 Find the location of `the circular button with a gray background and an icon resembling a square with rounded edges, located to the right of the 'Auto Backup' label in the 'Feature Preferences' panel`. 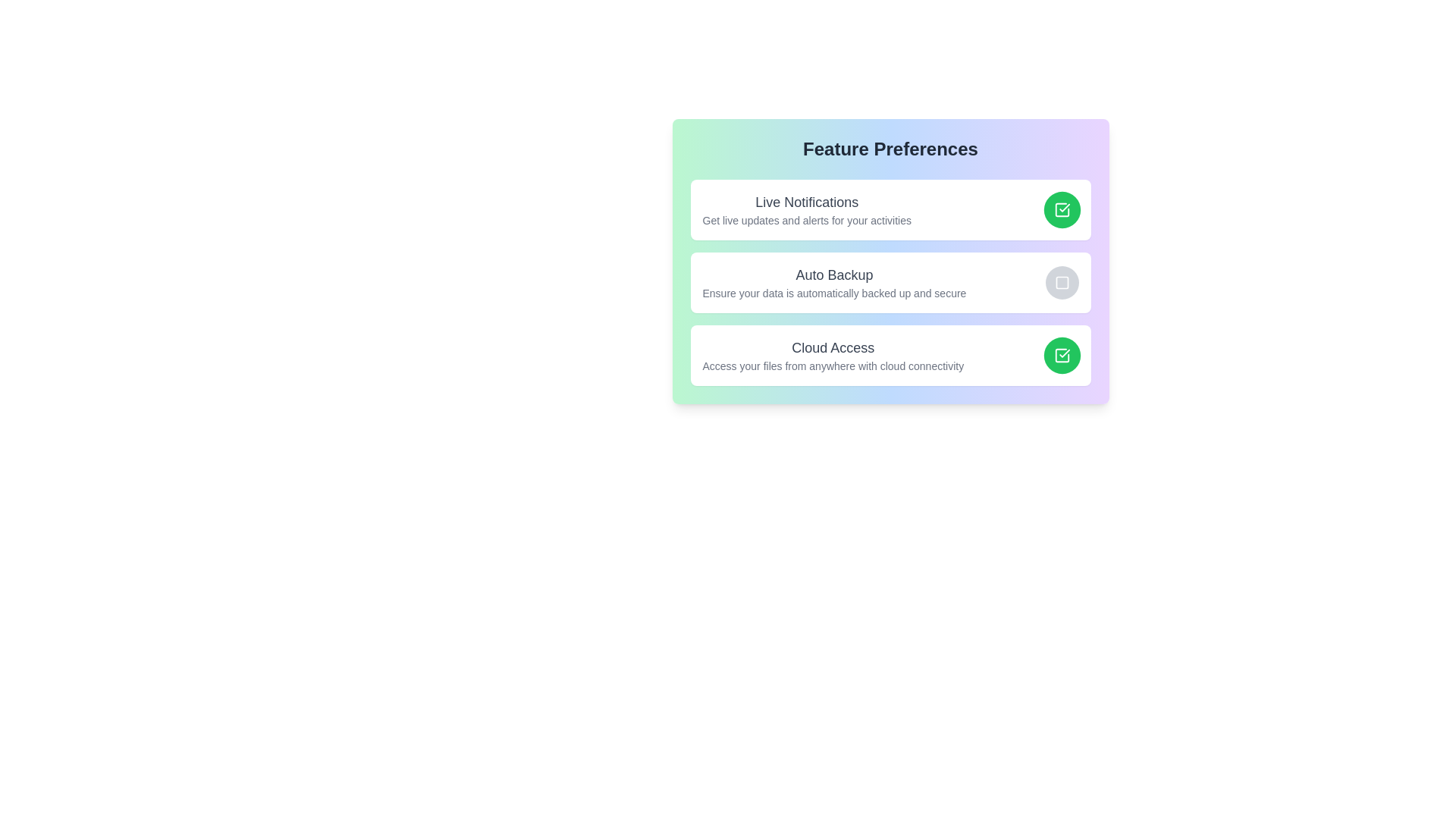

the circular button with a gray background and an icon resembling a square with rounded edges, located to the right of the 'Auto Backup' label in the 'Feature Preferences' panel is located at coordinates (1061, 283).